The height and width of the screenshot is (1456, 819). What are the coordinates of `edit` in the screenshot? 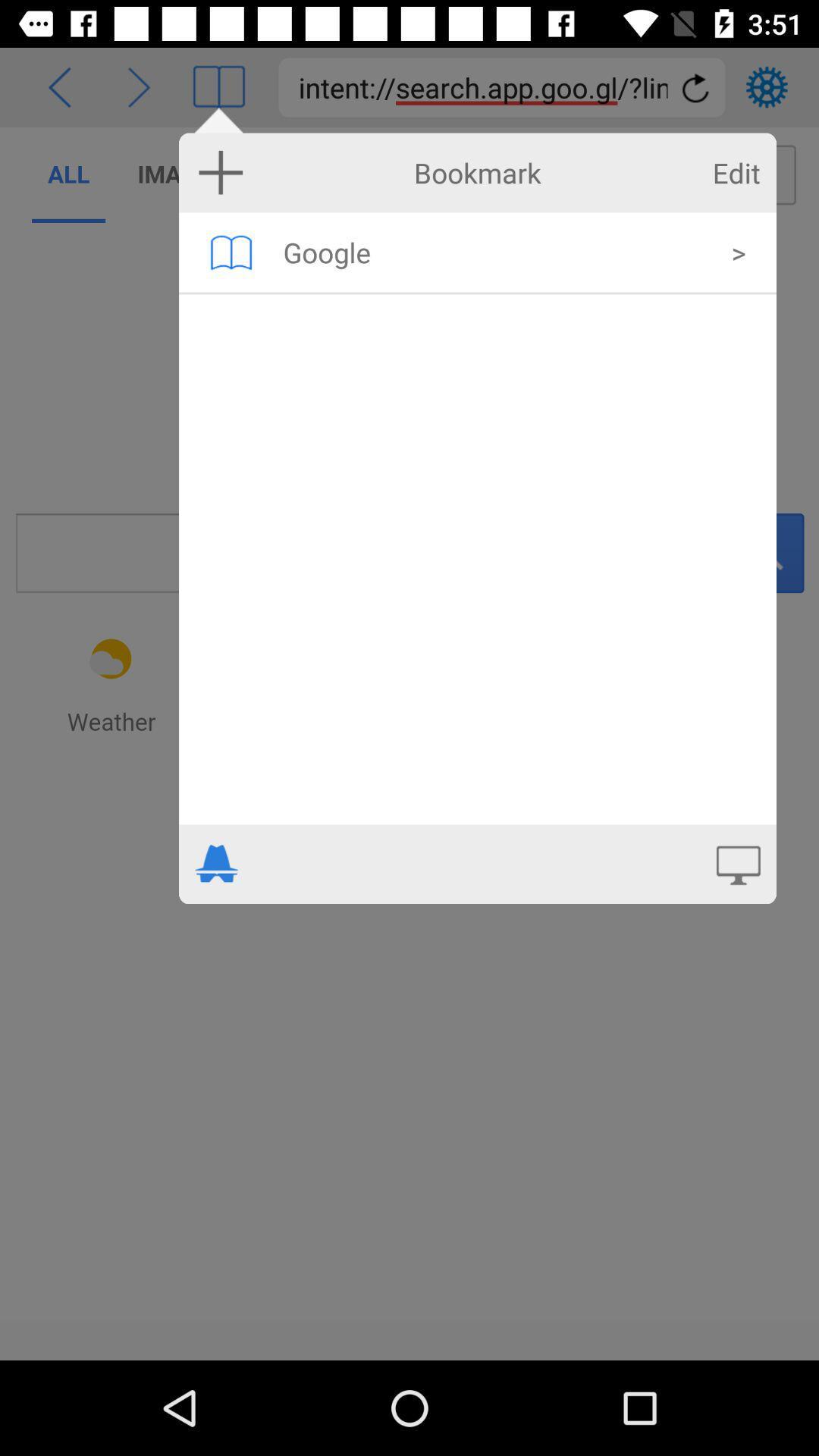 It's located at (736, 173).